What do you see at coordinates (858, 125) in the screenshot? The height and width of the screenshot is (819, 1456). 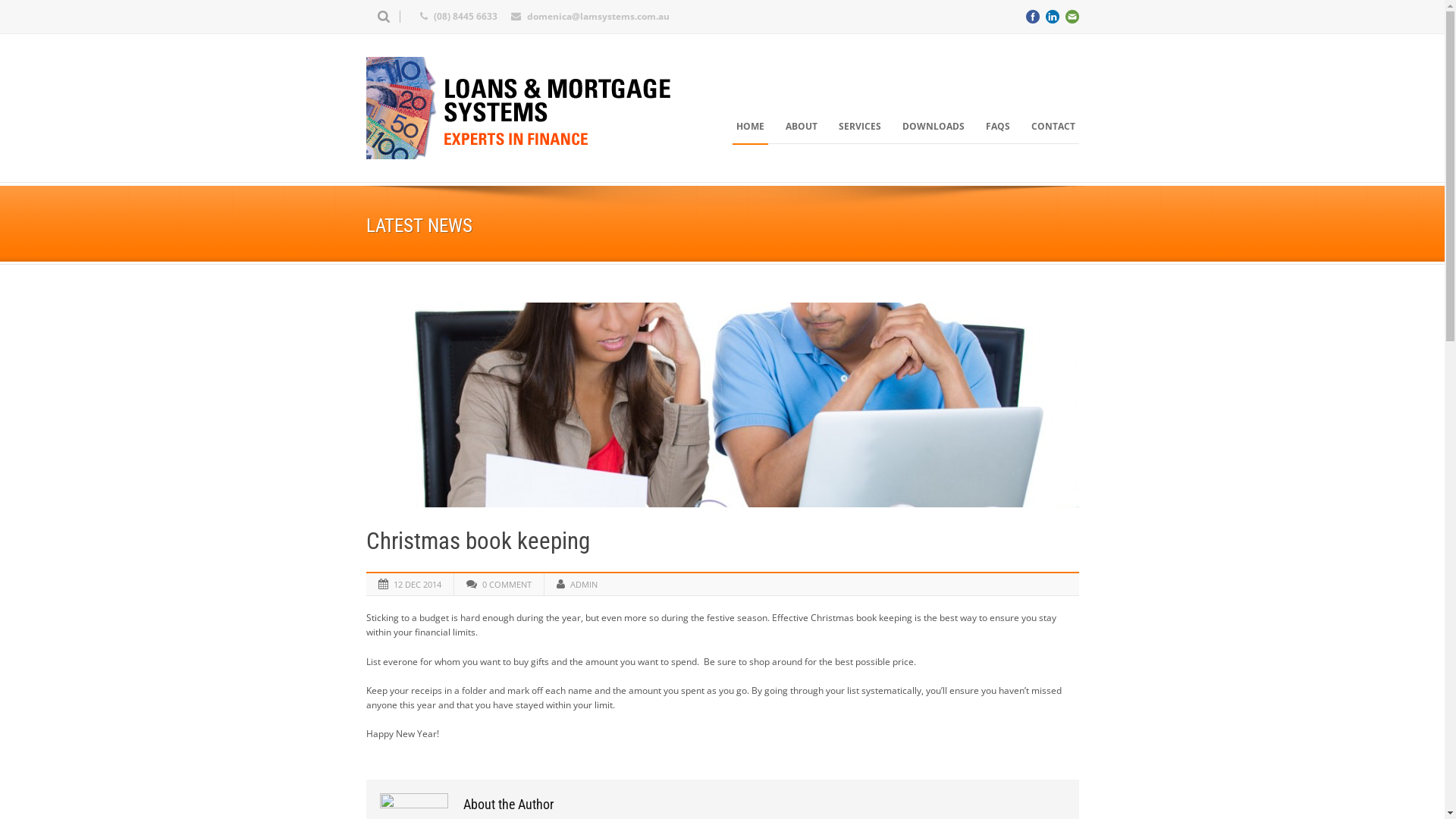 I see `'SERVICES'` at bounding box center [858, 125].